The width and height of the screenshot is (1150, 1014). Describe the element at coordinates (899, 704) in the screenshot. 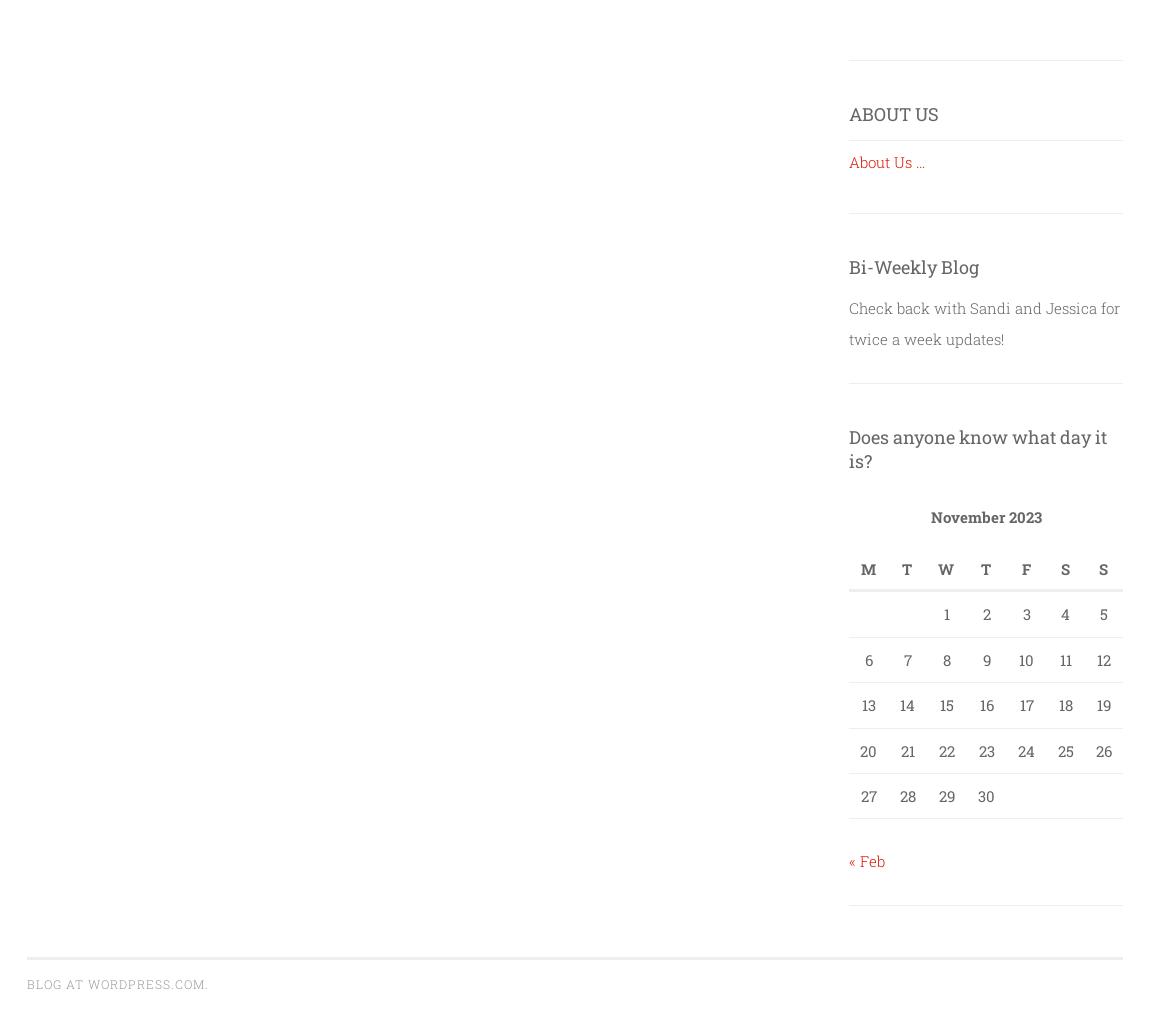

I see `'14'` at that location.